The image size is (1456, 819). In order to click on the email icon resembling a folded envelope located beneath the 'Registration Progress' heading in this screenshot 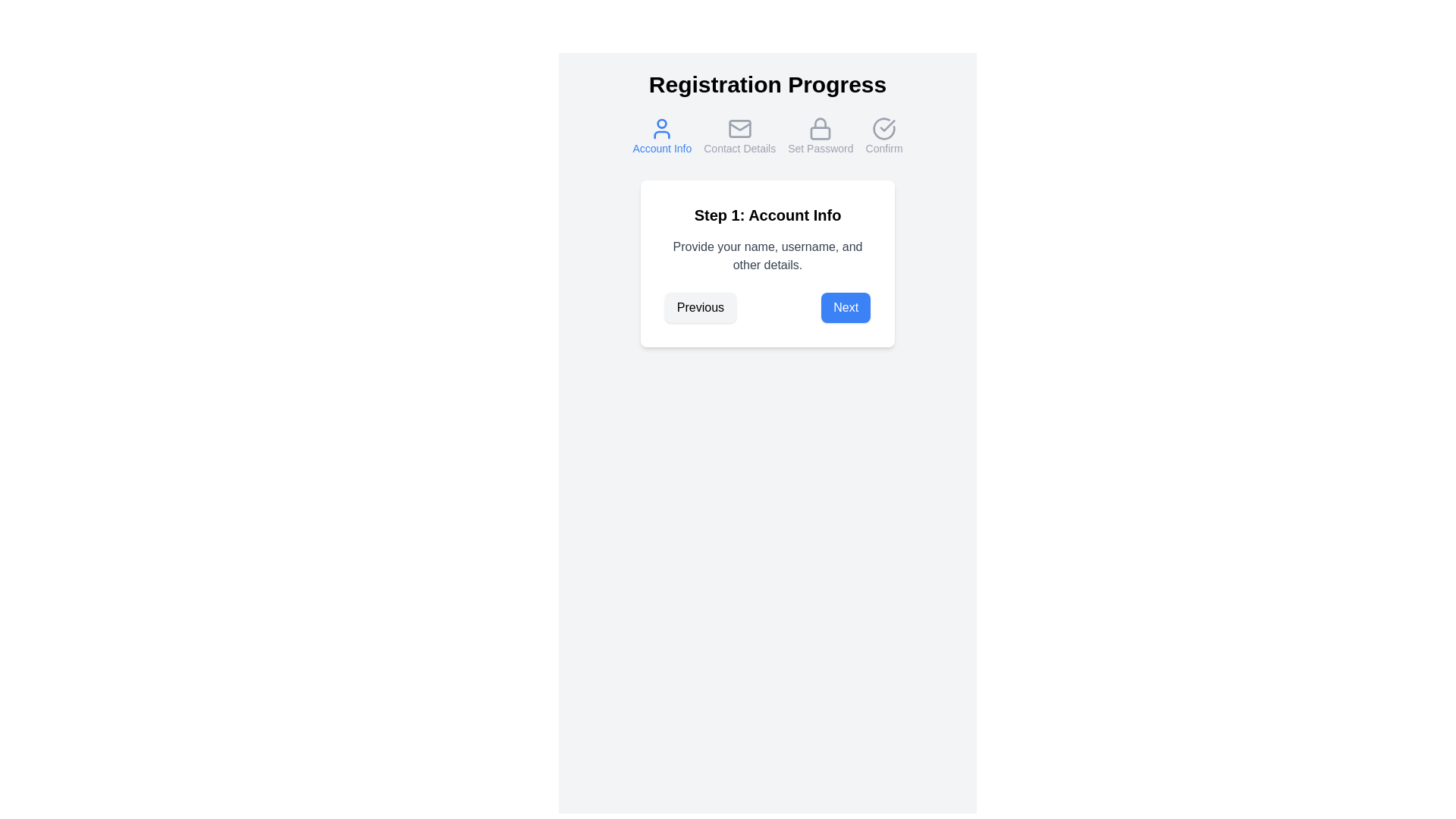, I will do `click(739, 126)`.